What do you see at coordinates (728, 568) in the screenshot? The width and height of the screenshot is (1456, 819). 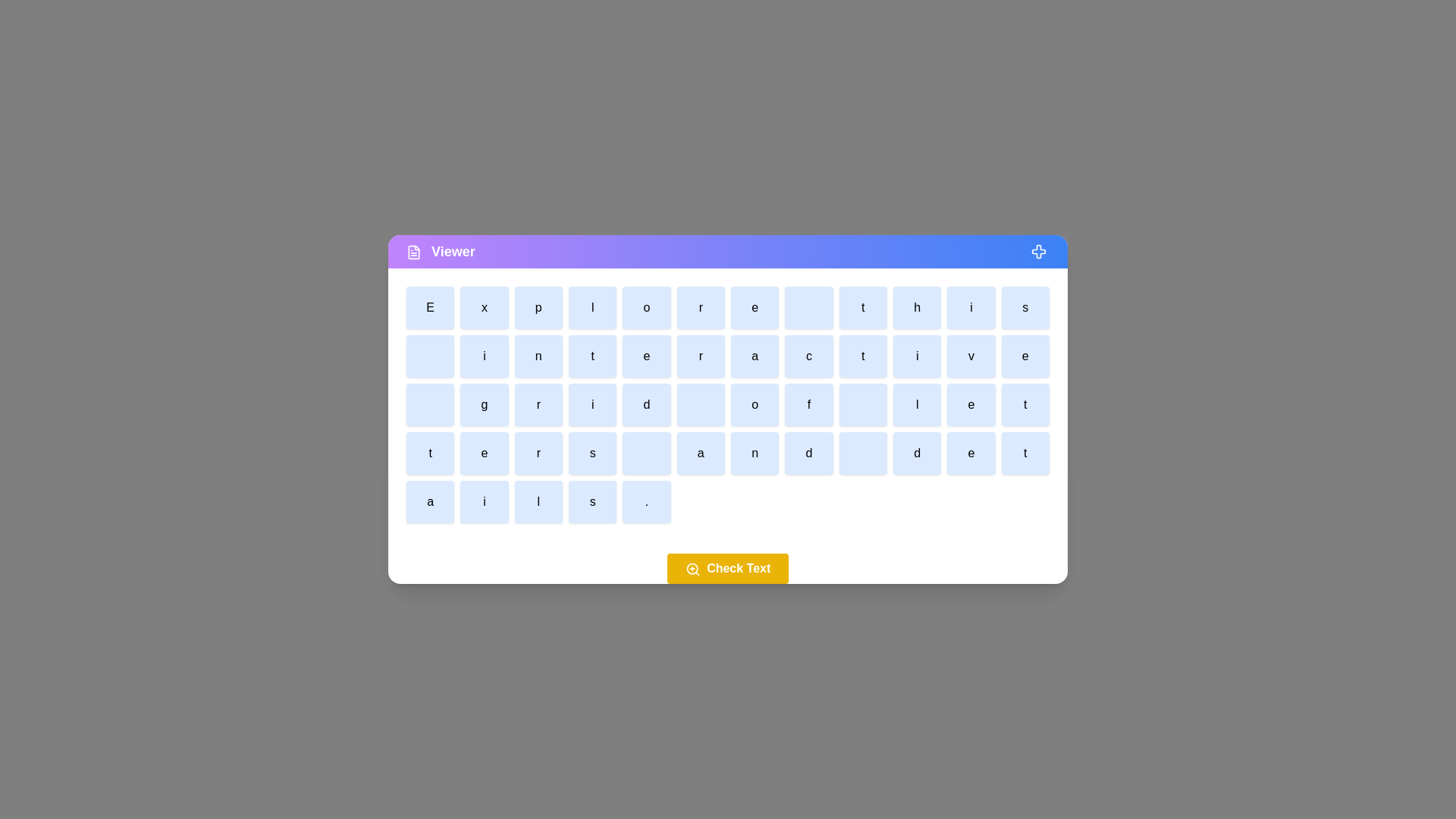 I see `'Check Text' button to reset and show the dialog` at bounding box center [728, 568].